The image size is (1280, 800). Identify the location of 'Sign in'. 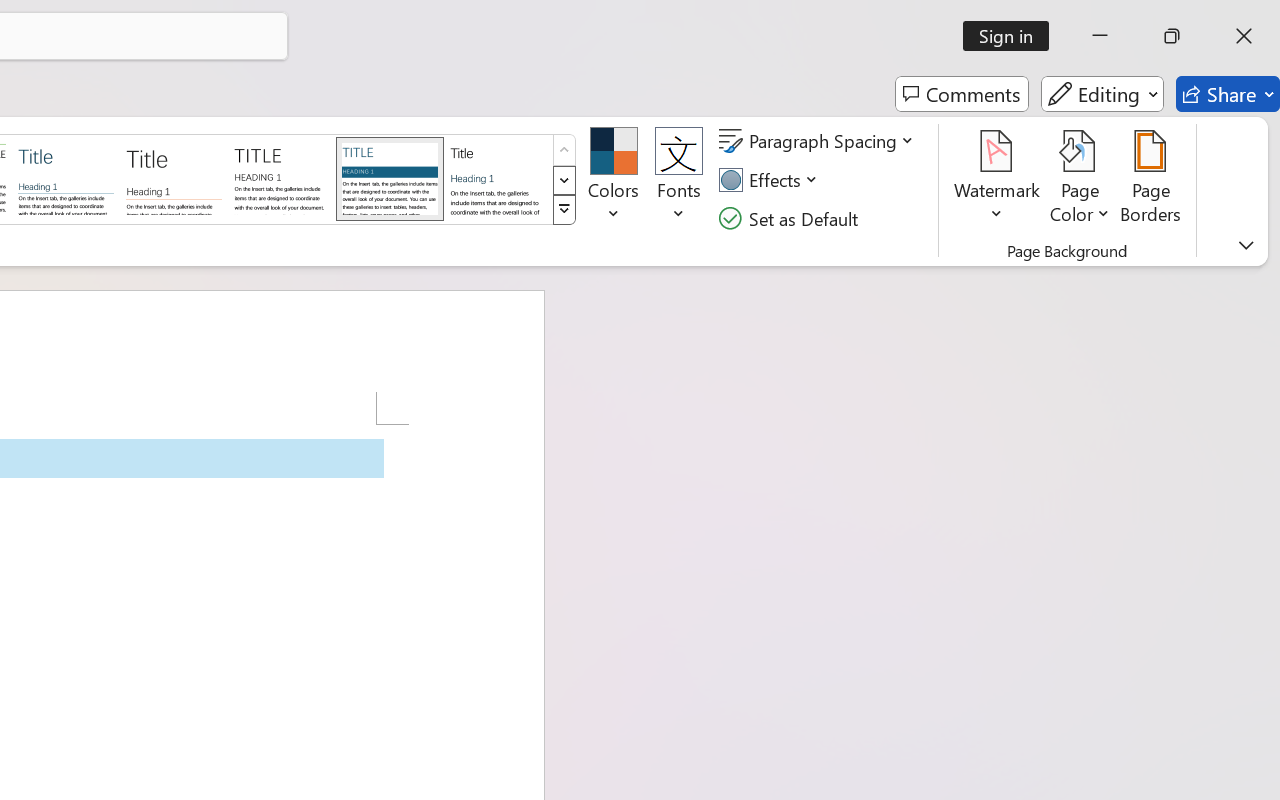
(1013, 35).